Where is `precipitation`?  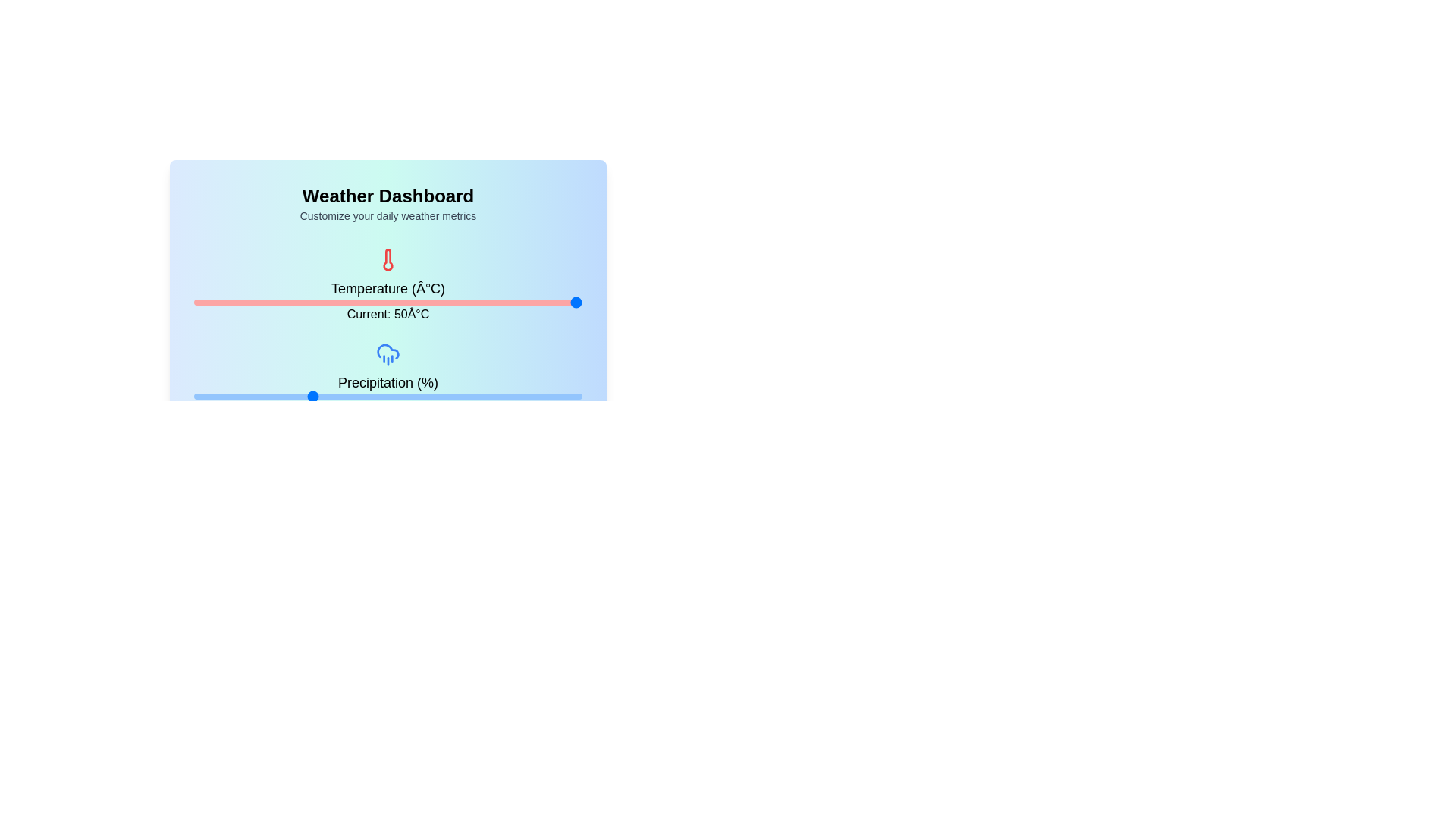
precipitation is located at coordinates (469, 396).